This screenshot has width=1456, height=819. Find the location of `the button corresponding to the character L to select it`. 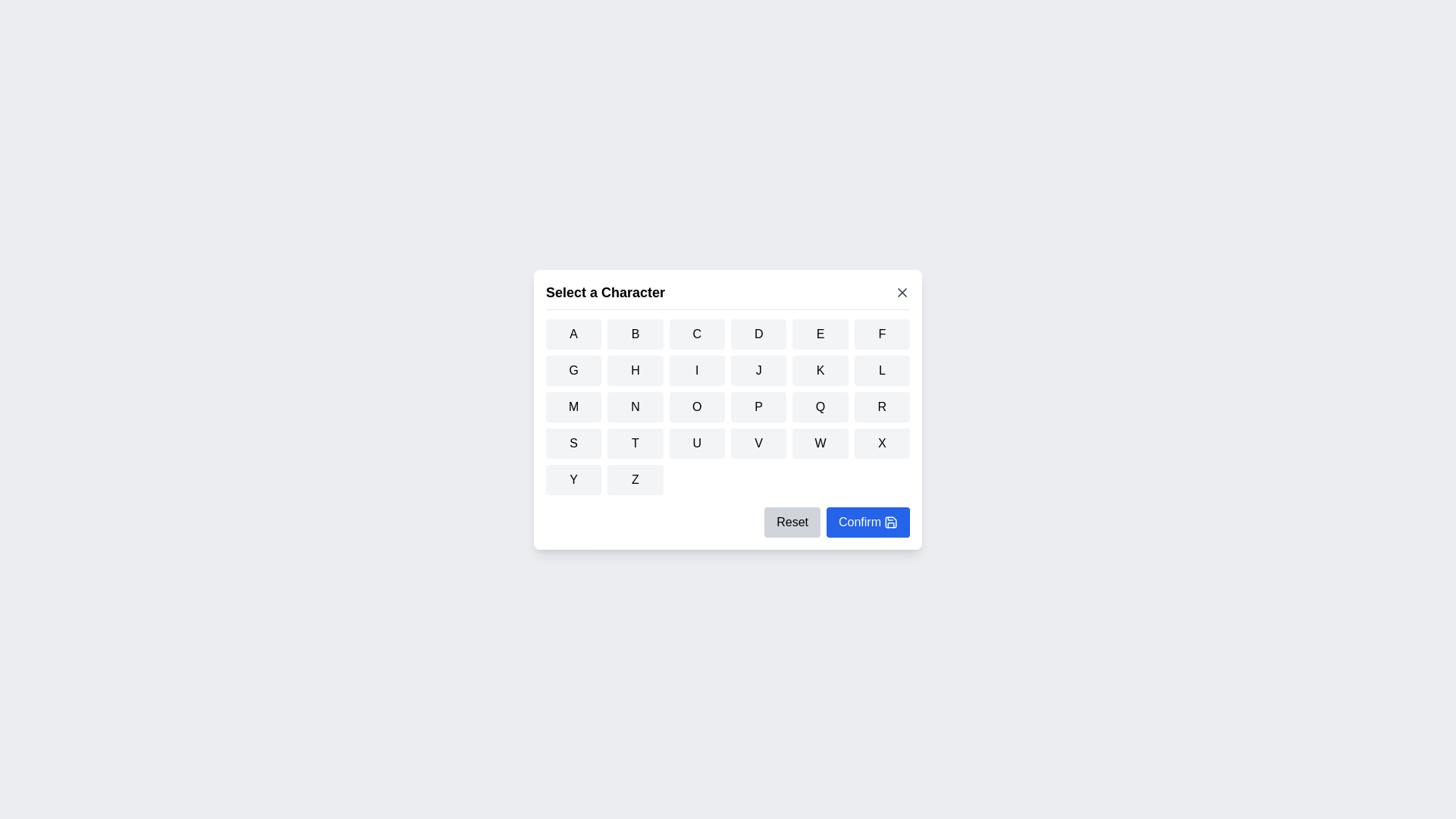

the button corresponding to the character L to select it is located at coordinates (881, 370).